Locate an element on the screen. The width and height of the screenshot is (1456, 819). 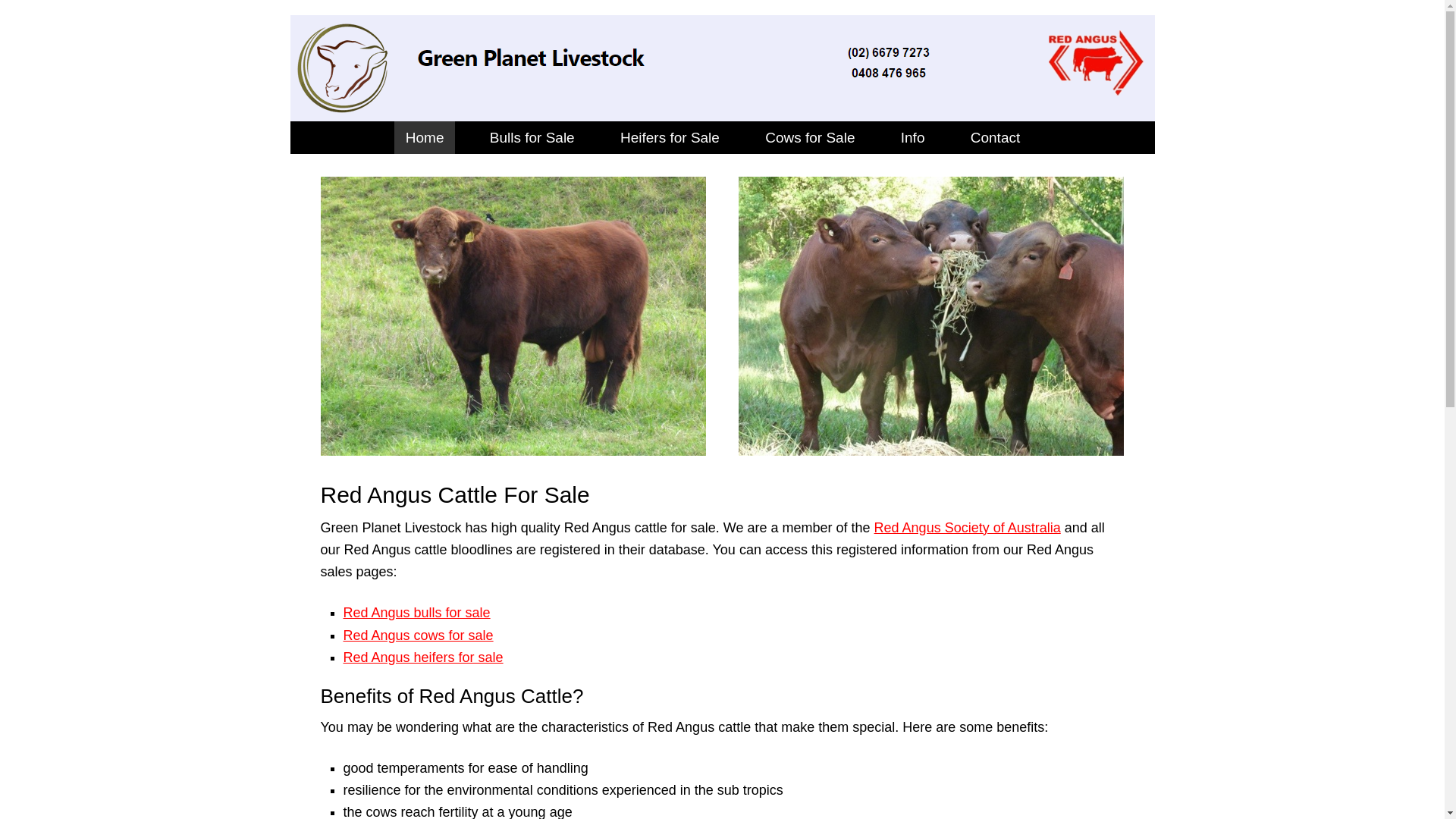
'Red Angus bulls for sale' is located at coordinates (341, 611).